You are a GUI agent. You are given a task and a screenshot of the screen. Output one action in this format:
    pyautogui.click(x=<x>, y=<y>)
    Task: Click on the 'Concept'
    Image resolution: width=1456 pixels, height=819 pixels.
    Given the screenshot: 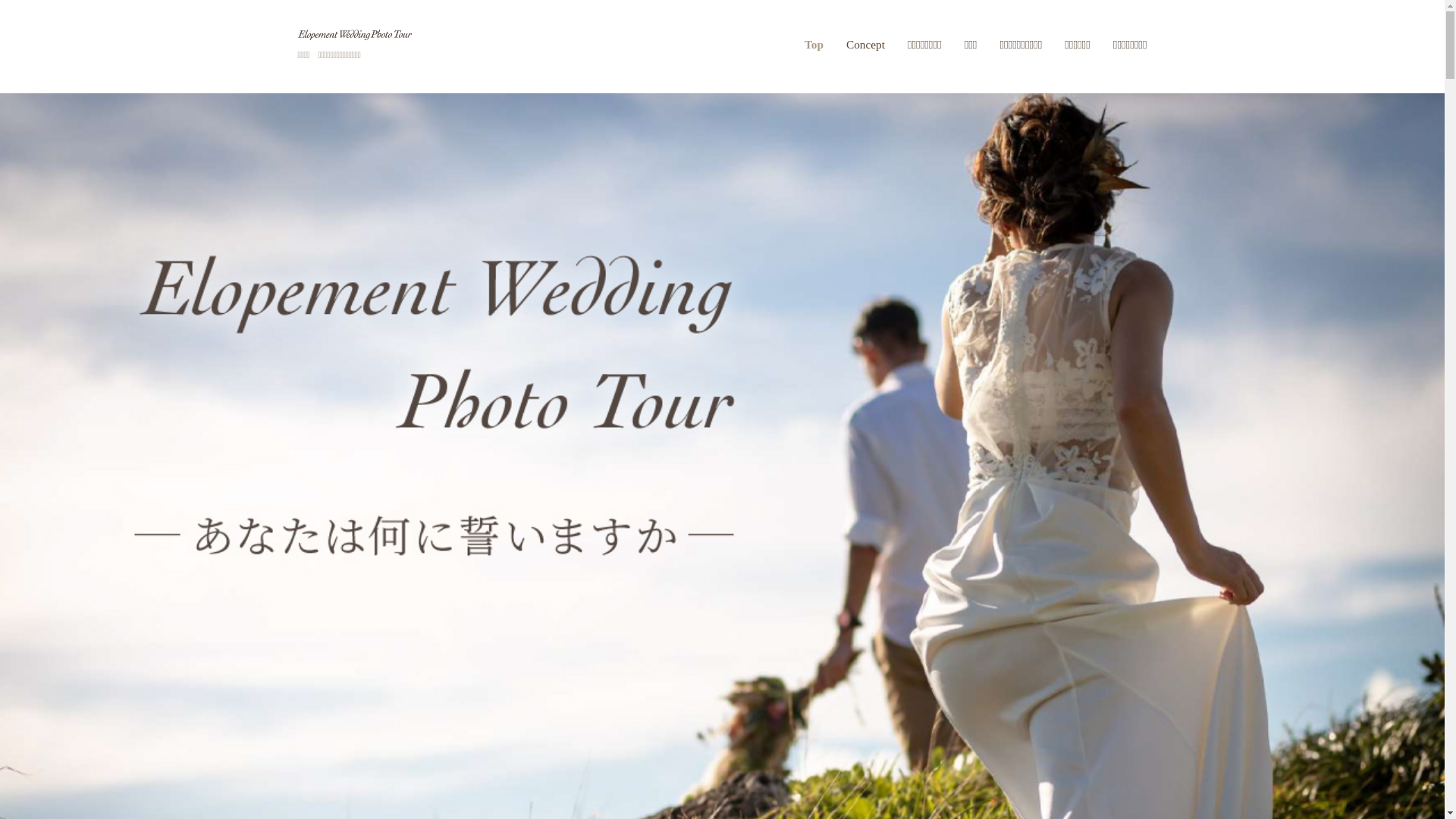 What is the action you would take?
    pyautogui.click(x=833, y=43)
    